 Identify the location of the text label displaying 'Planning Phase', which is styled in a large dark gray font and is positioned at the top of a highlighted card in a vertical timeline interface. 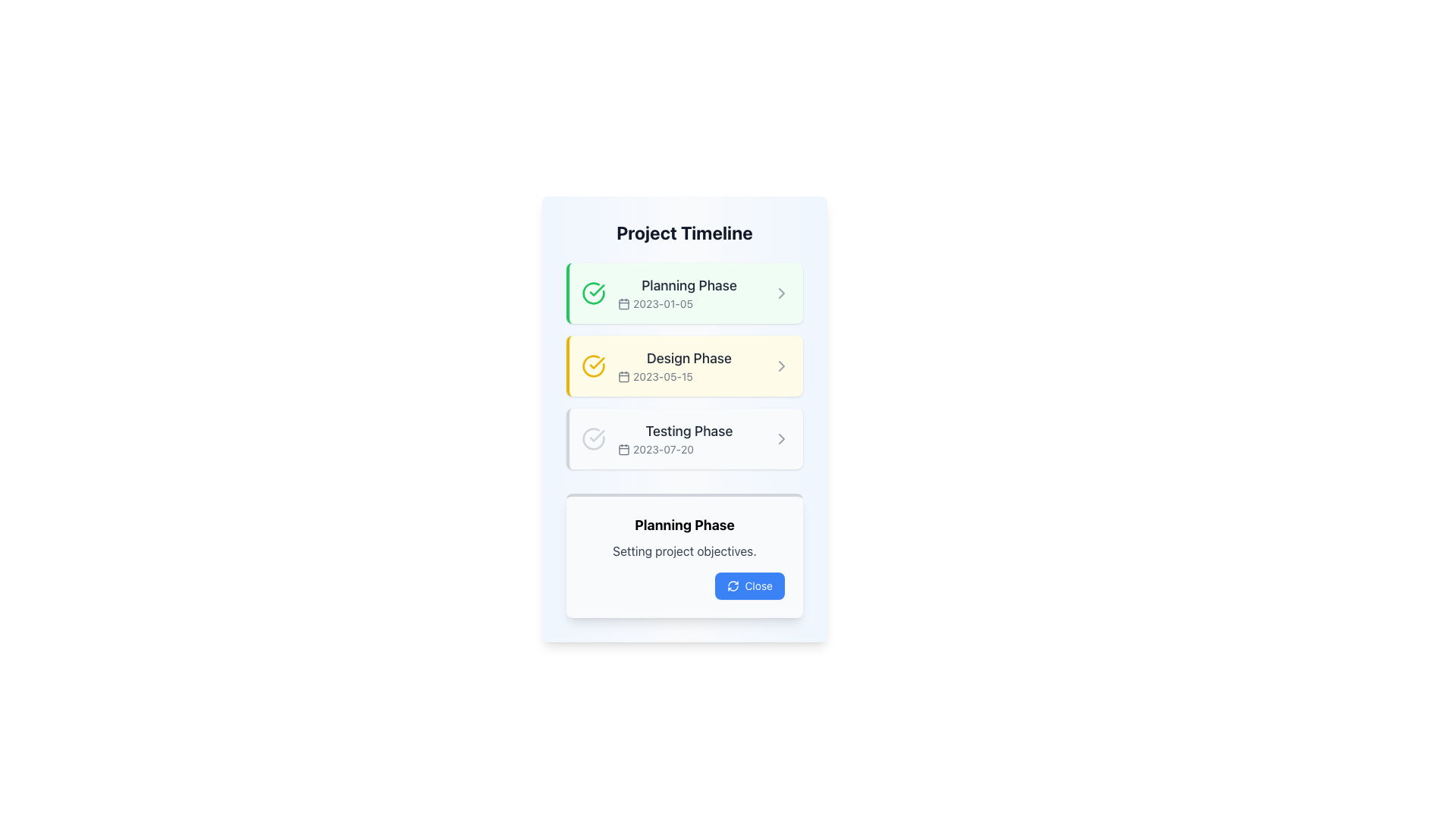
(688, 286).